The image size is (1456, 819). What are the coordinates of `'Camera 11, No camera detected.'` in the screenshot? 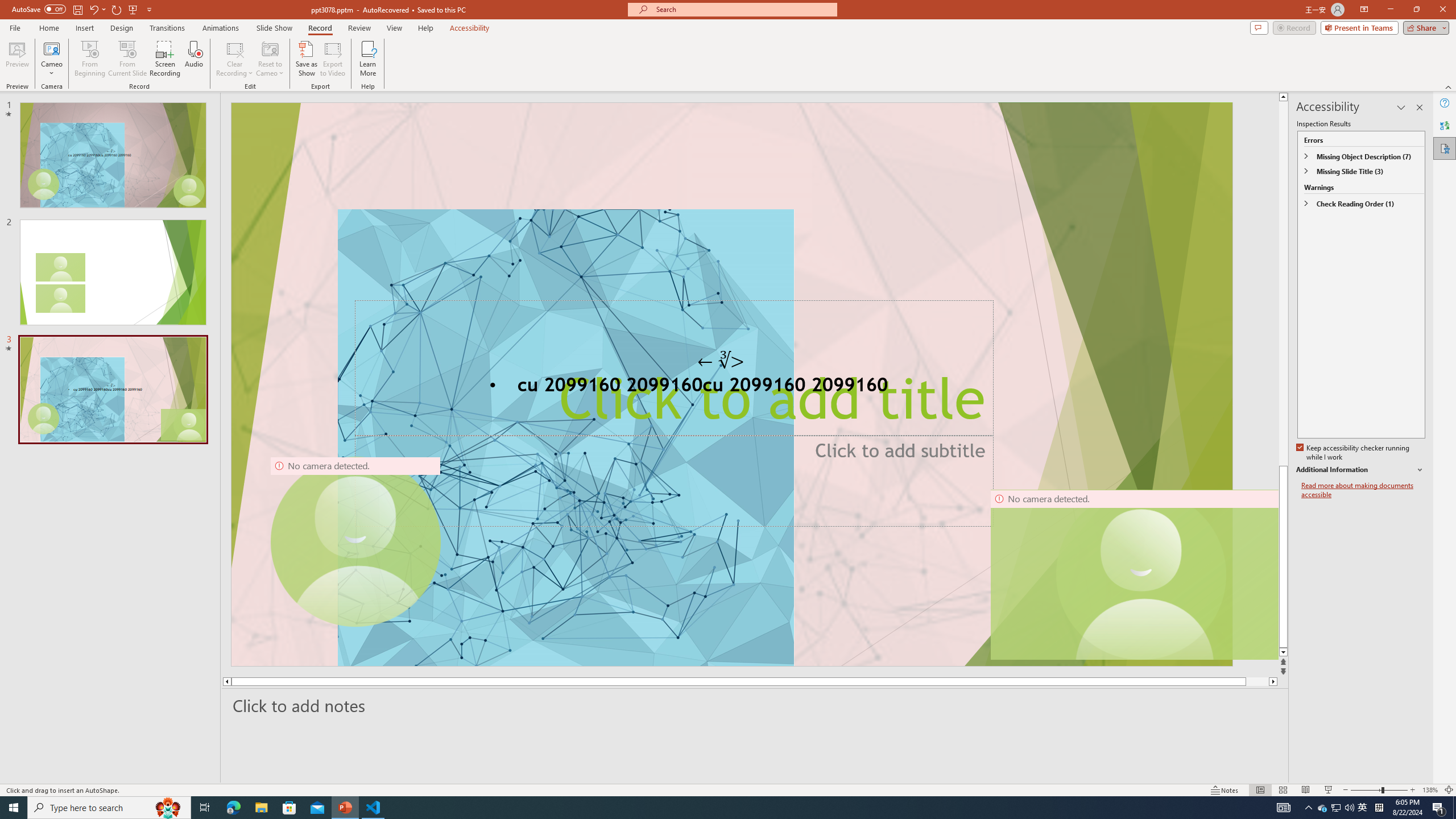 It's located at (1141, 574).